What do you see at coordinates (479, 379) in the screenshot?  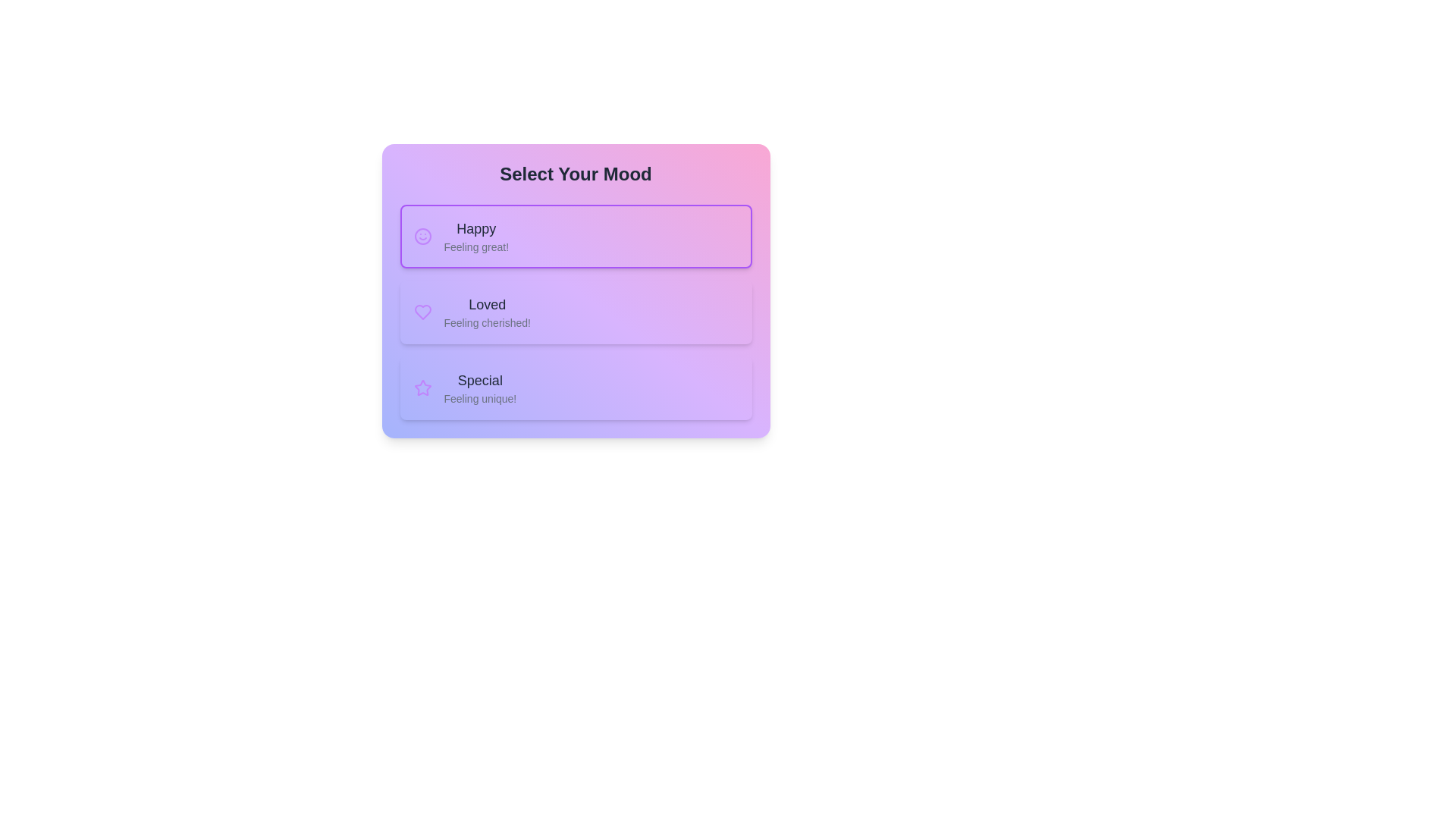 I see `the 'Special' text label which indicates the primary title for the section, located above the descriptive text 'Feeling unique!'` at bounding box center [479, 379].